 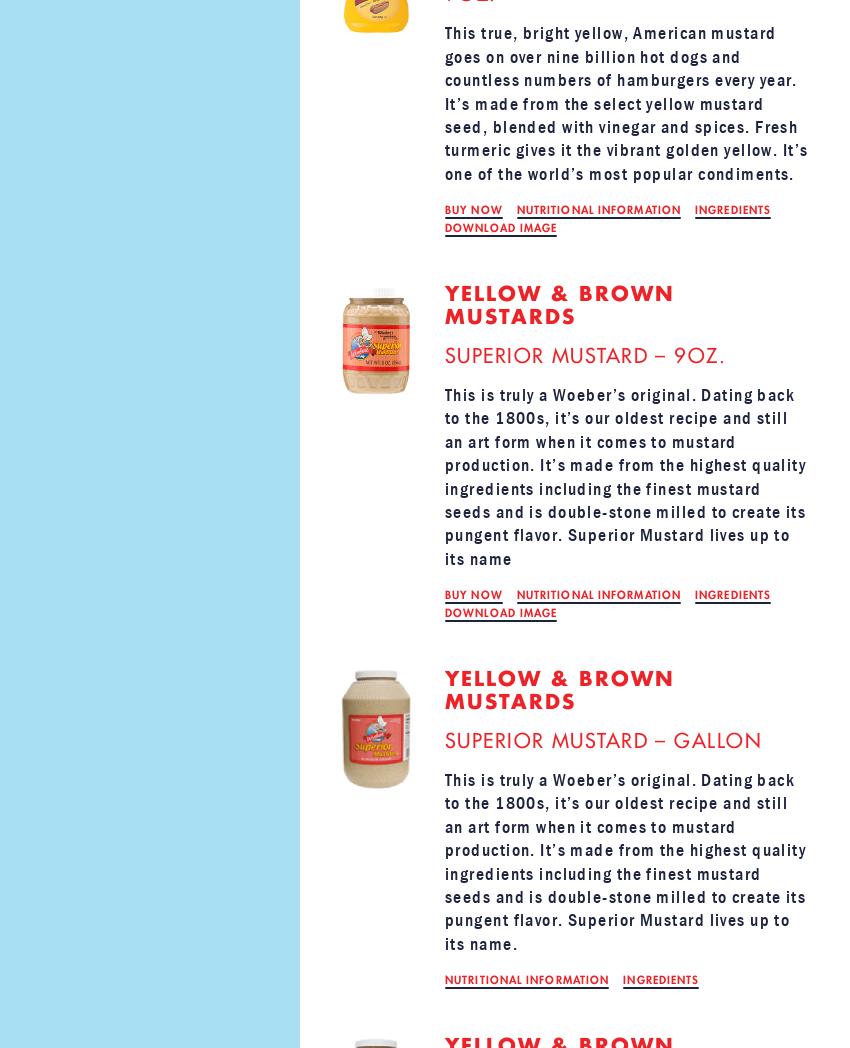 What do you see at coordinates (624, 861) in the screenshot?
I see `'This is truly a Woeber’s original. Dating back to the 1800s, it’s our oldest recipe and still an art form when it comes to mustard production. It’s made from the highest quality ingredients including the finest mustard seeds and is double-stone milled to create its pungent flavor. Superior Mustard lives up to its name.'` at bounding box center [624, 861].